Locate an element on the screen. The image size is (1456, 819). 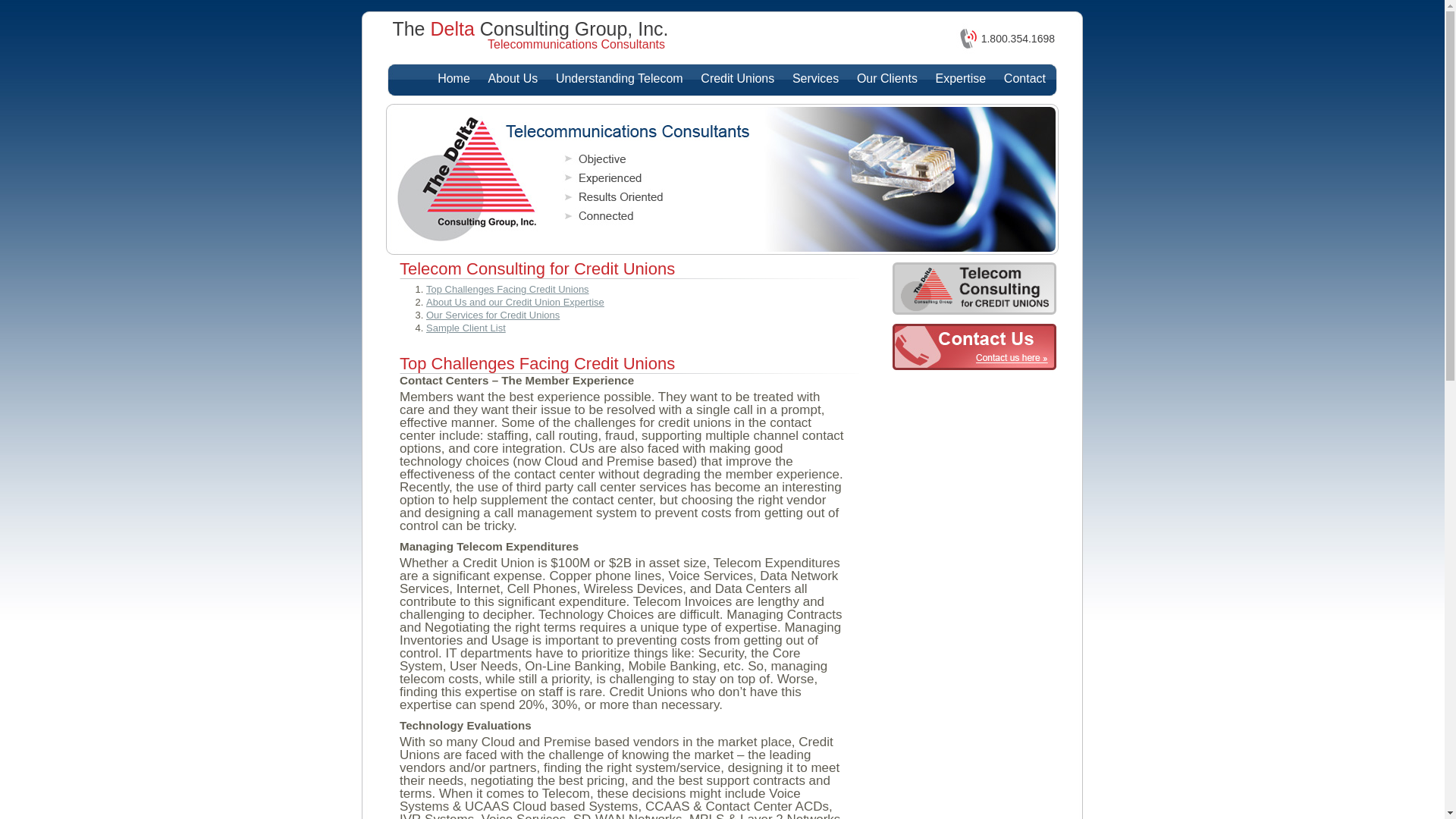
'Our Services for Credit Unions' is located at coordinates (425, 314).